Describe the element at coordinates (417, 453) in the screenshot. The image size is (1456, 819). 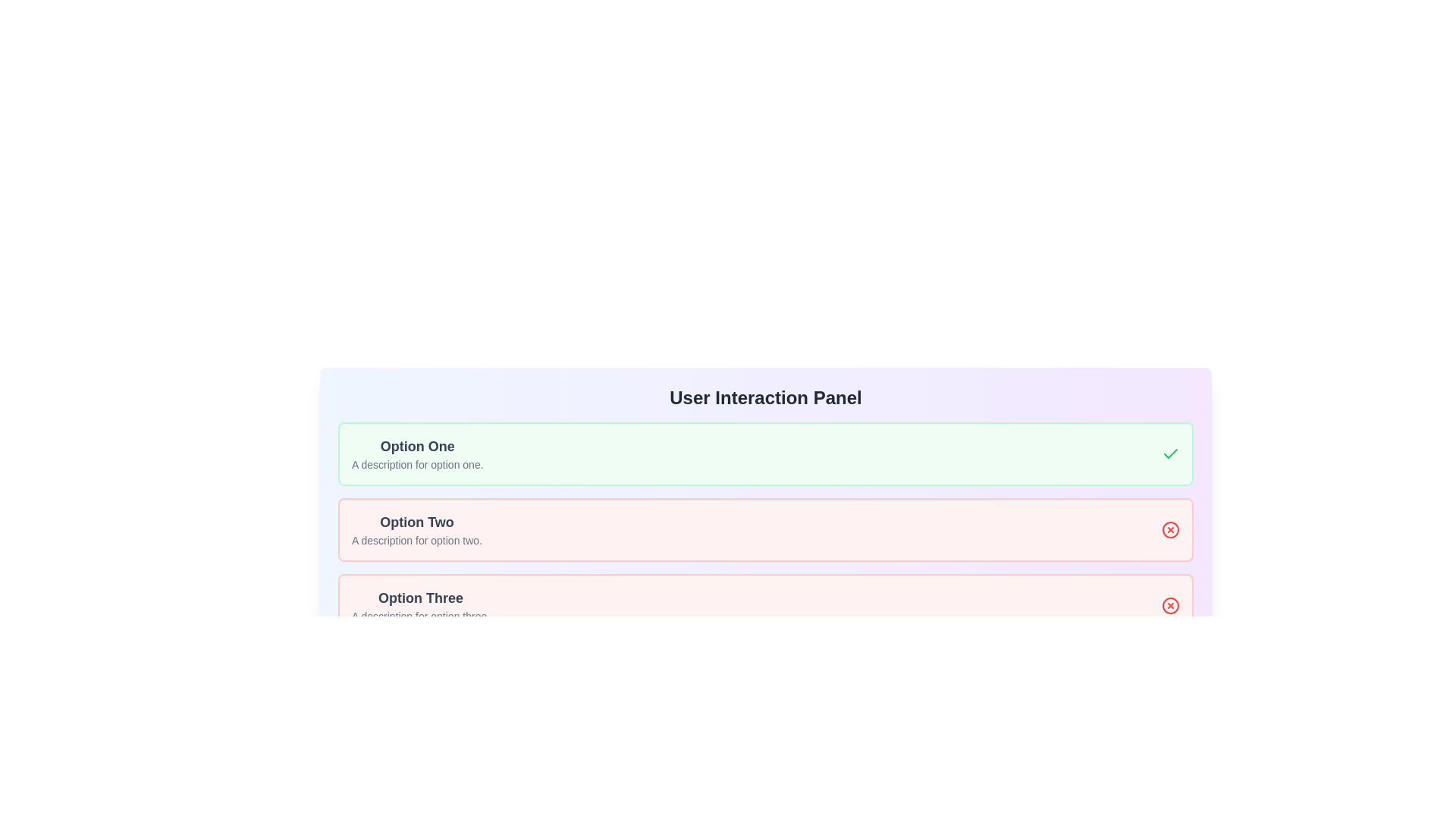
I see `descriptive text displayed in the TextDisplay element, which is located at the start of the first option in a list with a green background and rounded edges` at that location.